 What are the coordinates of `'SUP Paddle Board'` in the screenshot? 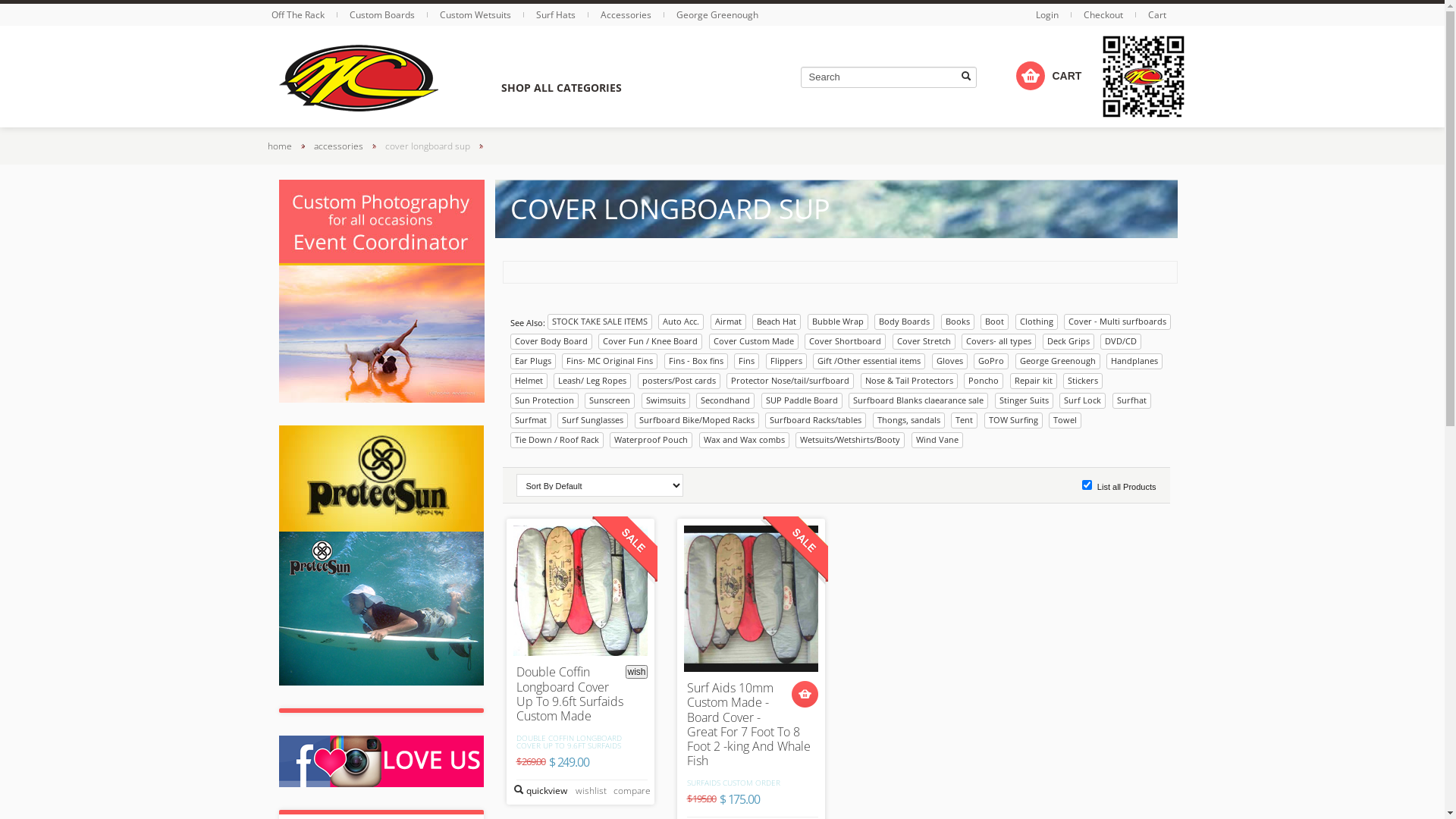 It's located at (761, 400).